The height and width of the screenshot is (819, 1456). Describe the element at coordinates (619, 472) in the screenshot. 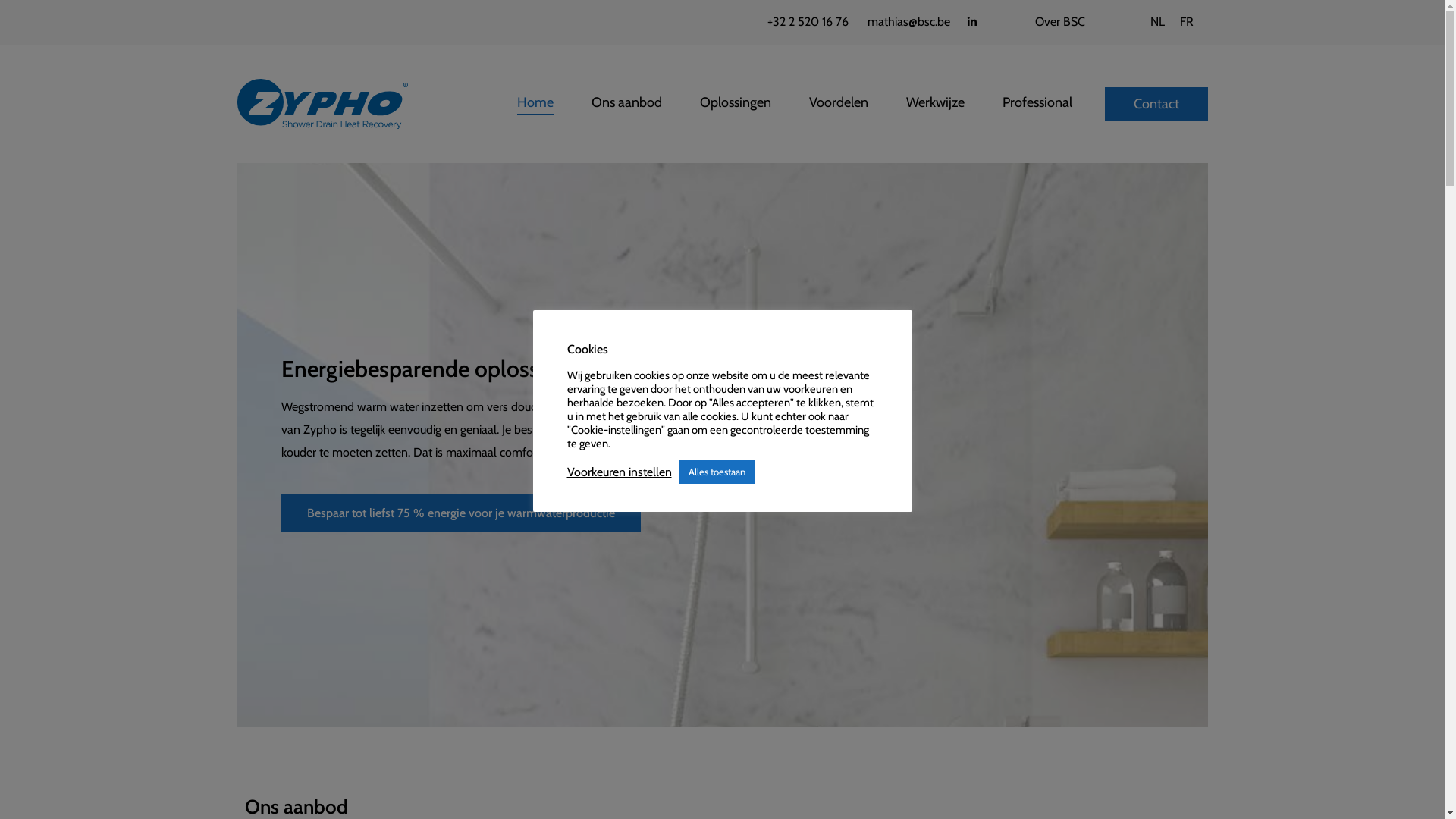

I see `'Voorkeuren instellen'` at that location.